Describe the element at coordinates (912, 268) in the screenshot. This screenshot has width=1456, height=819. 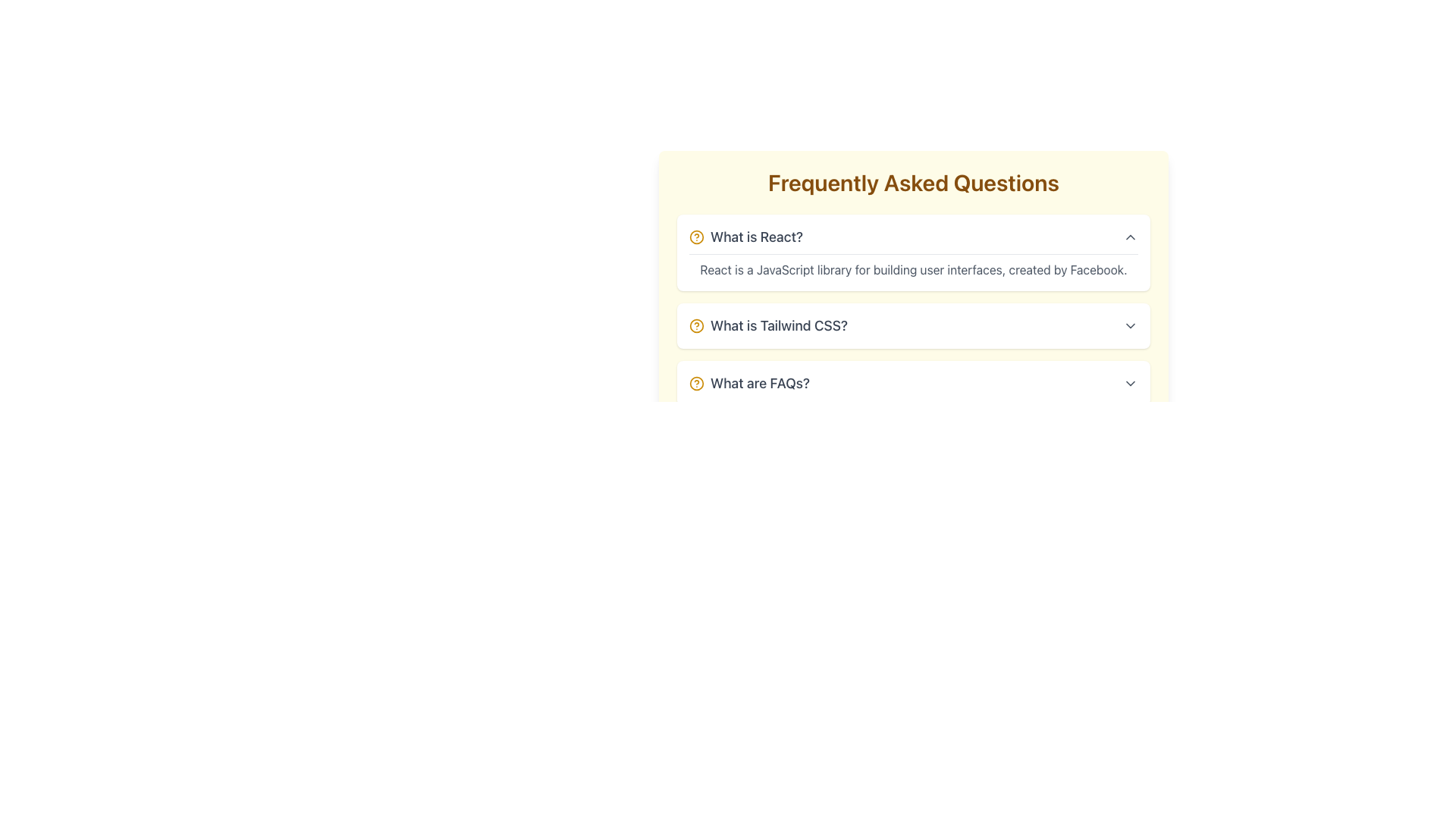
I see `text content that explains the topic 'React', located directly below the 'What is React?' header in the FAQ section` at that location.